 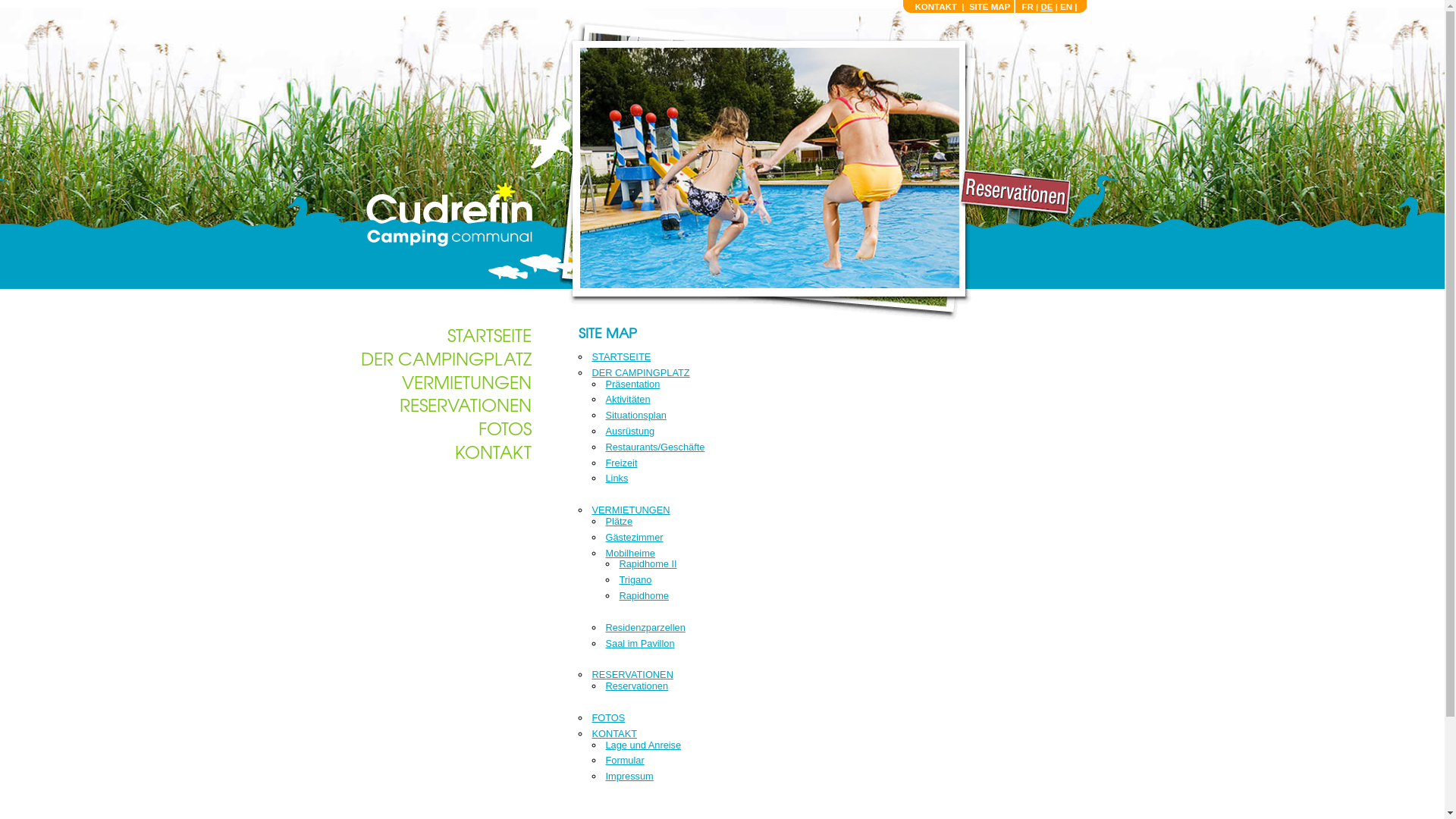 What do you see at coordinates (1065, 6) in the screenshot?
I see `'EN'` at bounding box center [1065, 6].